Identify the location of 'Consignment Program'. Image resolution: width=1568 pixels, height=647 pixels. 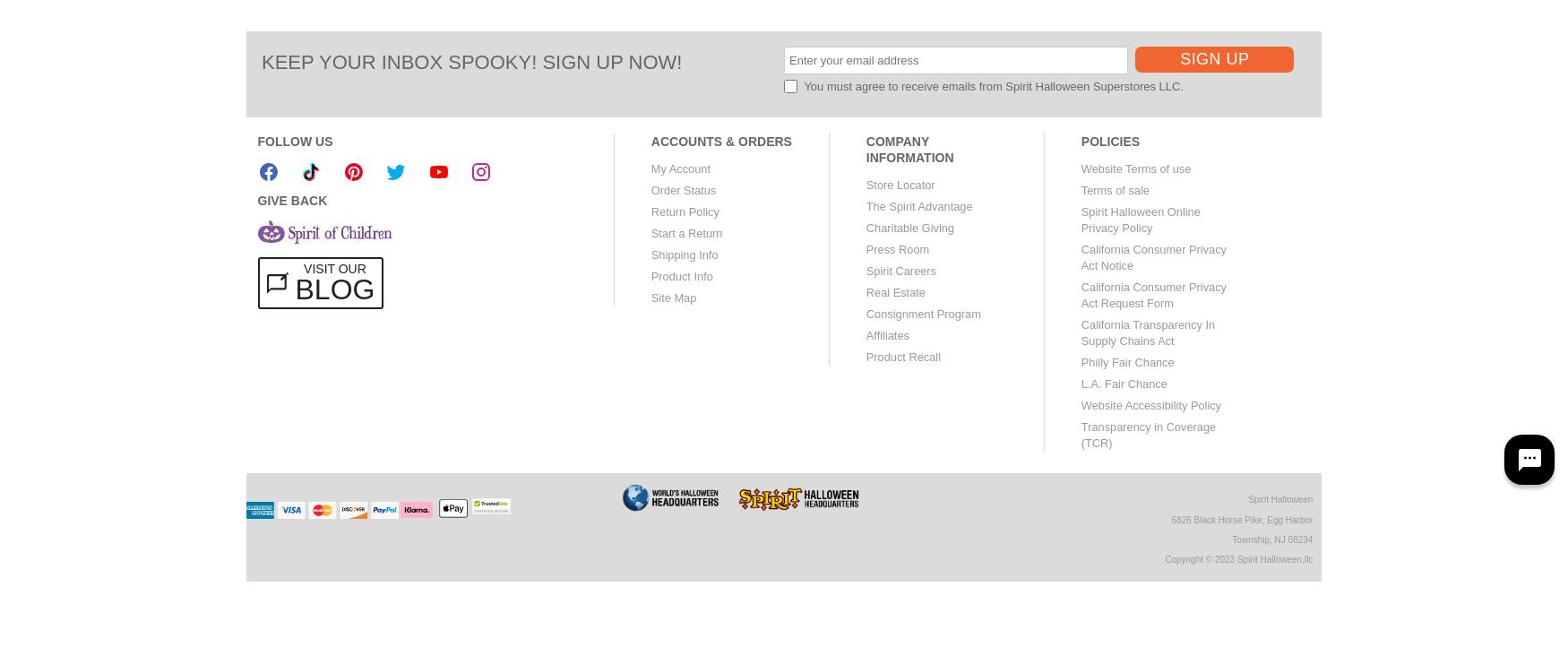
(922, 313).